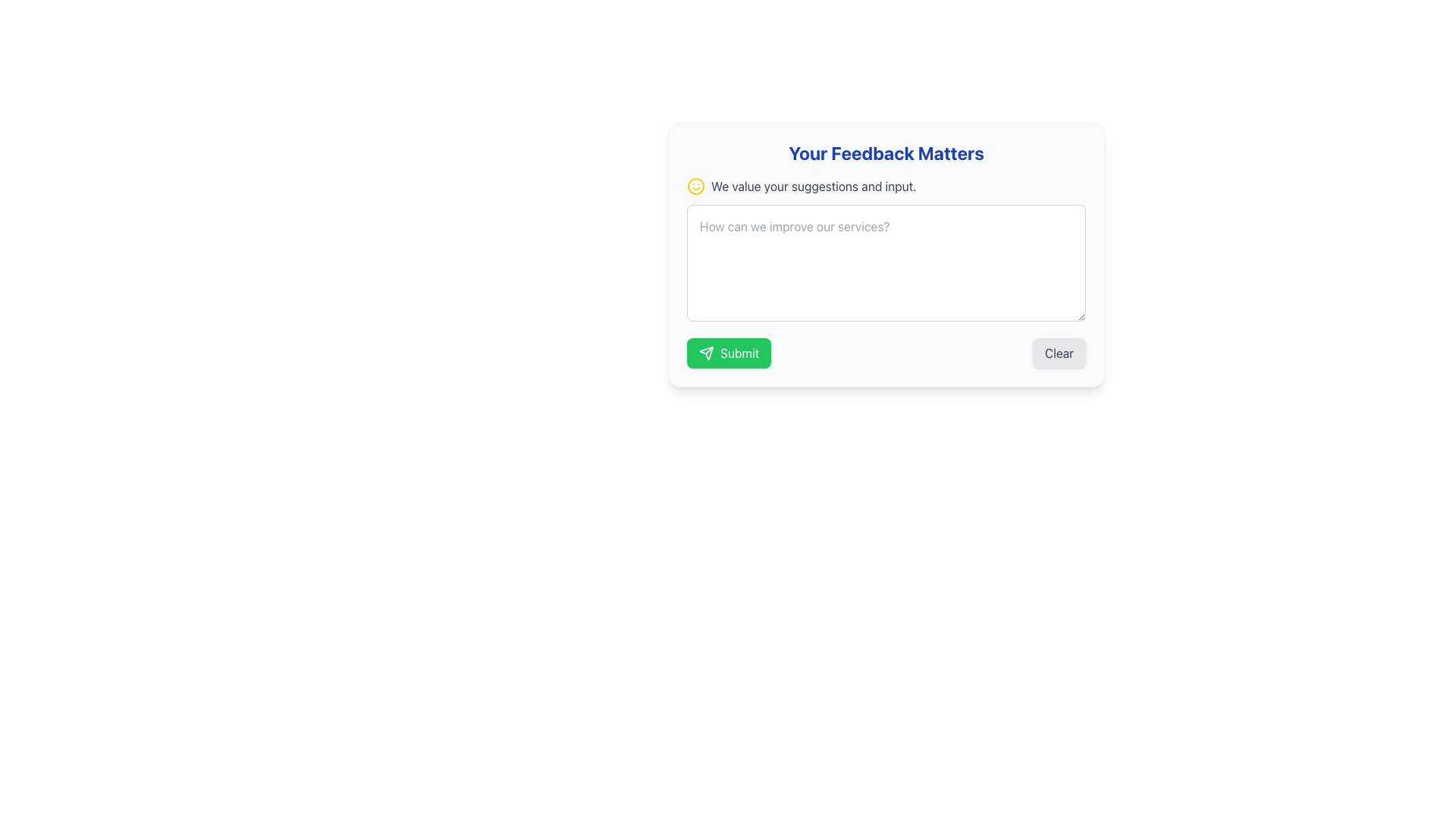 The image size is (1456, 819). Describe the element at coordinates (705, 353) in the screenshot. I see `the 'Submit' button that contains the paper airplane icon at the bottom-center of the feedback form` at that location.